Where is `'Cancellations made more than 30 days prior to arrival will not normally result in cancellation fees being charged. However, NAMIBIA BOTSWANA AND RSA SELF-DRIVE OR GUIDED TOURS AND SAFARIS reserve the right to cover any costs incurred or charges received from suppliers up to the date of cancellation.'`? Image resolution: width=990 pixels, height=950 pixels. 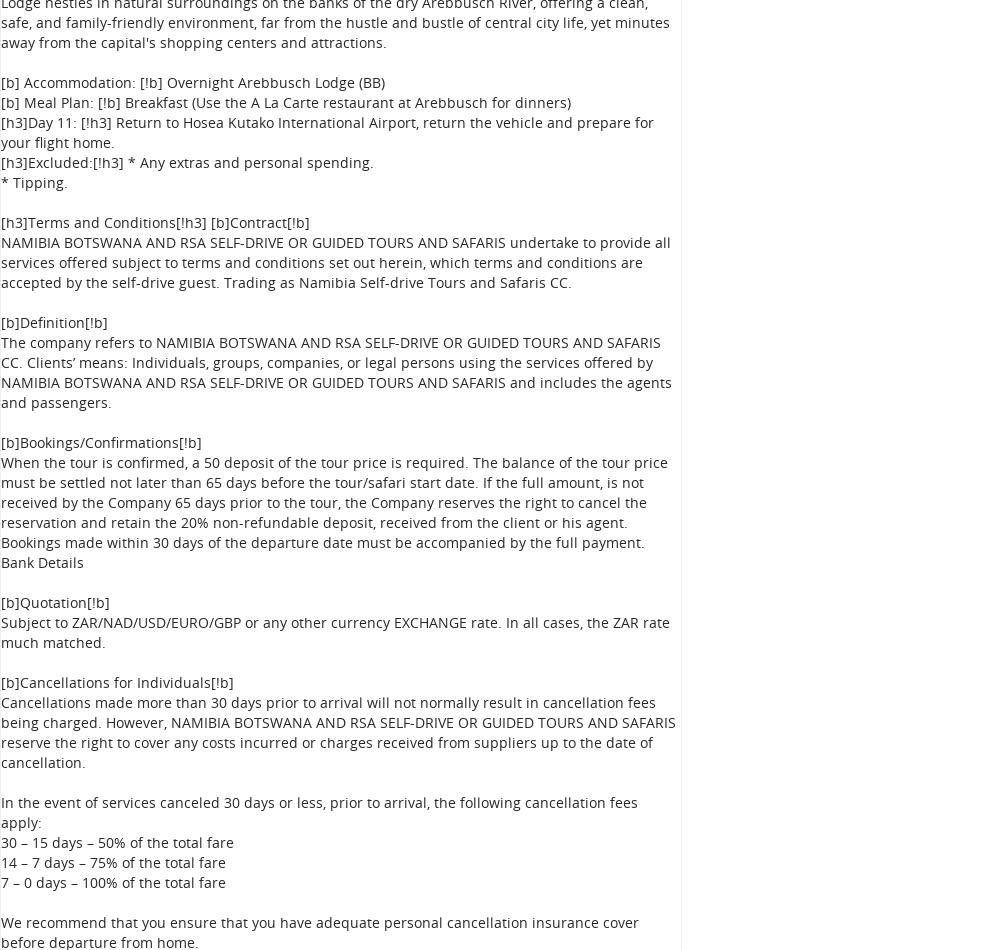 'Cancellations made more than 30 days prior to arrival will not normally result in cancellation fees being charged. However, NAMIBIA BOTSWANA AND RSA SELF-DRIVE OR GUIDED TOURS AND SAFARIS reserve the right to cover any costs incurred or charges received from suppliers up to the date of cancellation.' is located at coordinates (0, 731).